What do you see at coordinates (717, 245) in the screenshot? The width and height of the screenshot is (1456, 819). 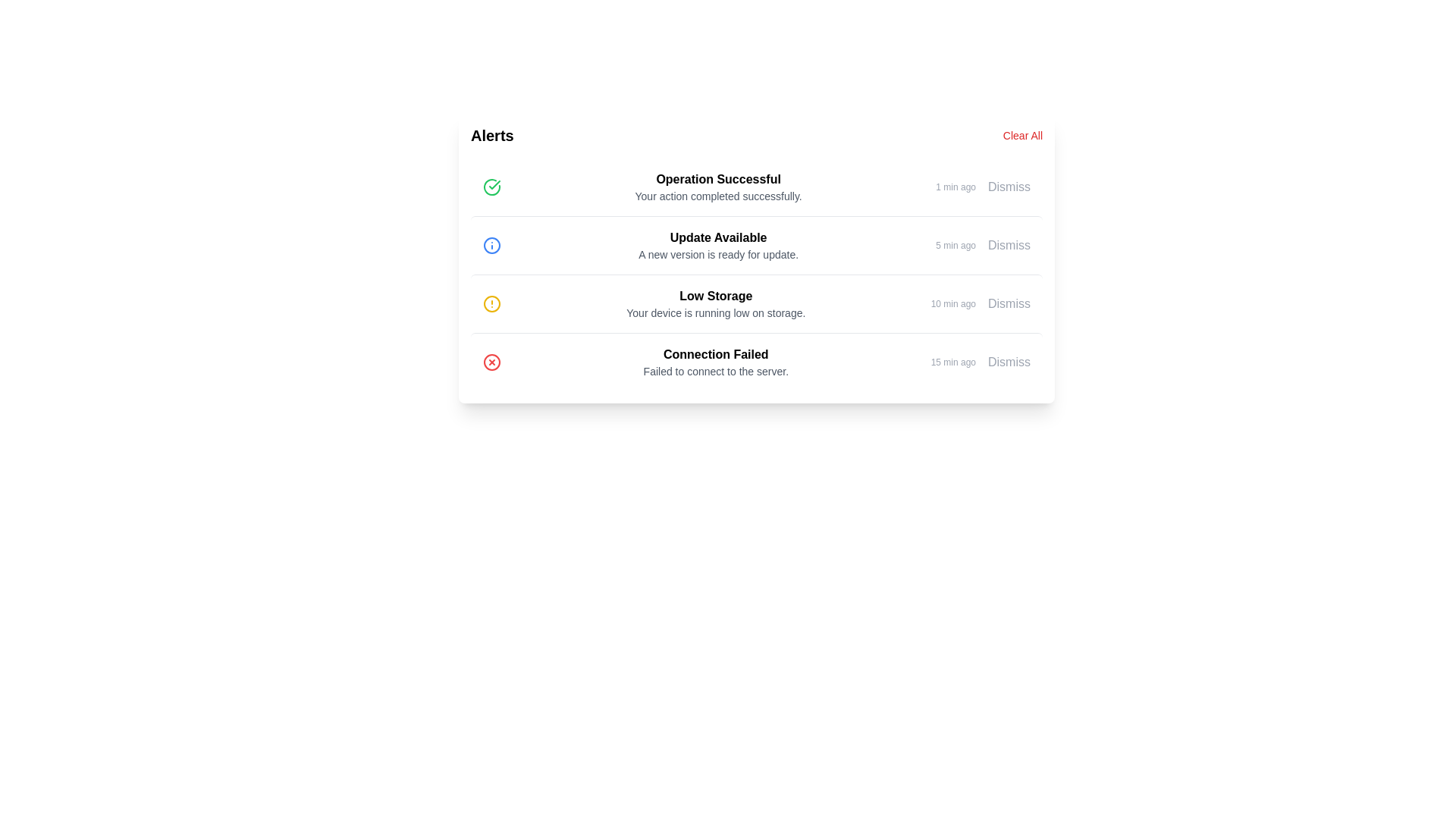 I see `the second notification in the notification panel that informs the user about a new version update, located below the 'Operation Successful' notification and above the 'Low Storage' notification` at bounding box center [717, 245].